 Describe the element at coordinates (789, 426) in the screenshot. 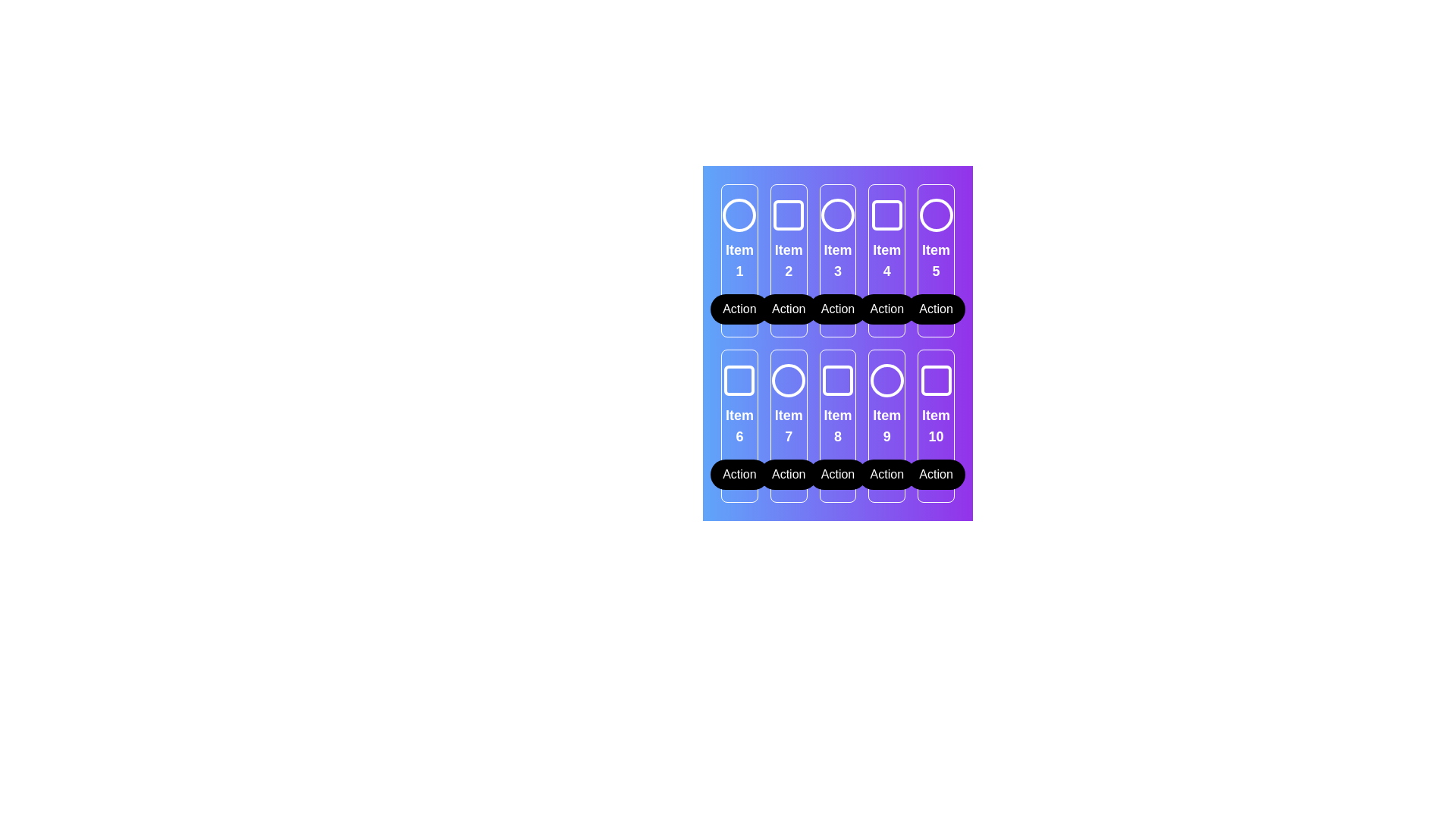

I see `the text label element that describes 'Item 7' located in the second row, second column of a 5x2 grid` at that location.